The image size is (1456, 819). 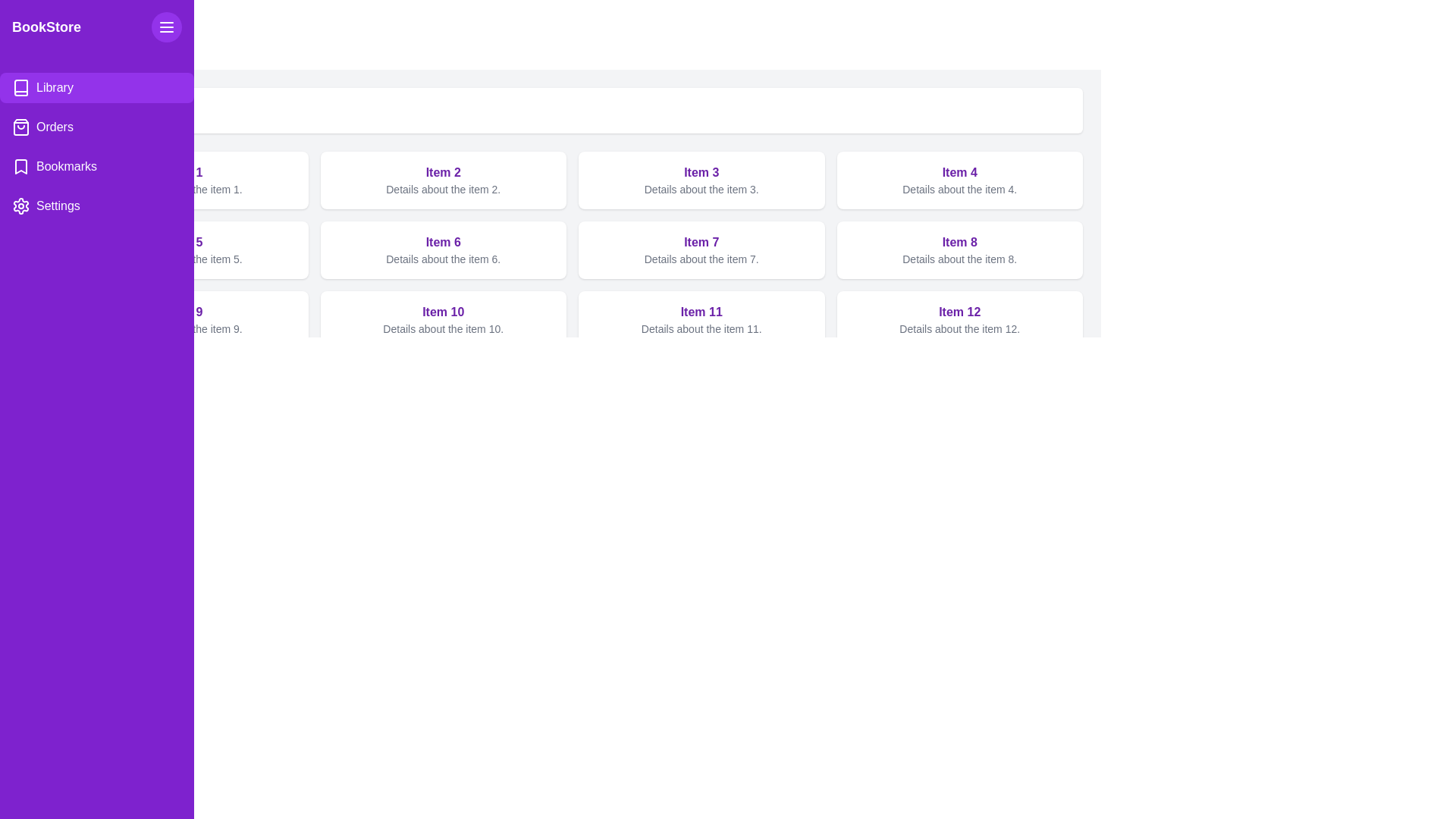 I want to click on the Informational Card titled 'Item 10', which features a white background, rounded corners, and a shadow effect, located in the last row of the grid layout, so click(x=442, y=318).